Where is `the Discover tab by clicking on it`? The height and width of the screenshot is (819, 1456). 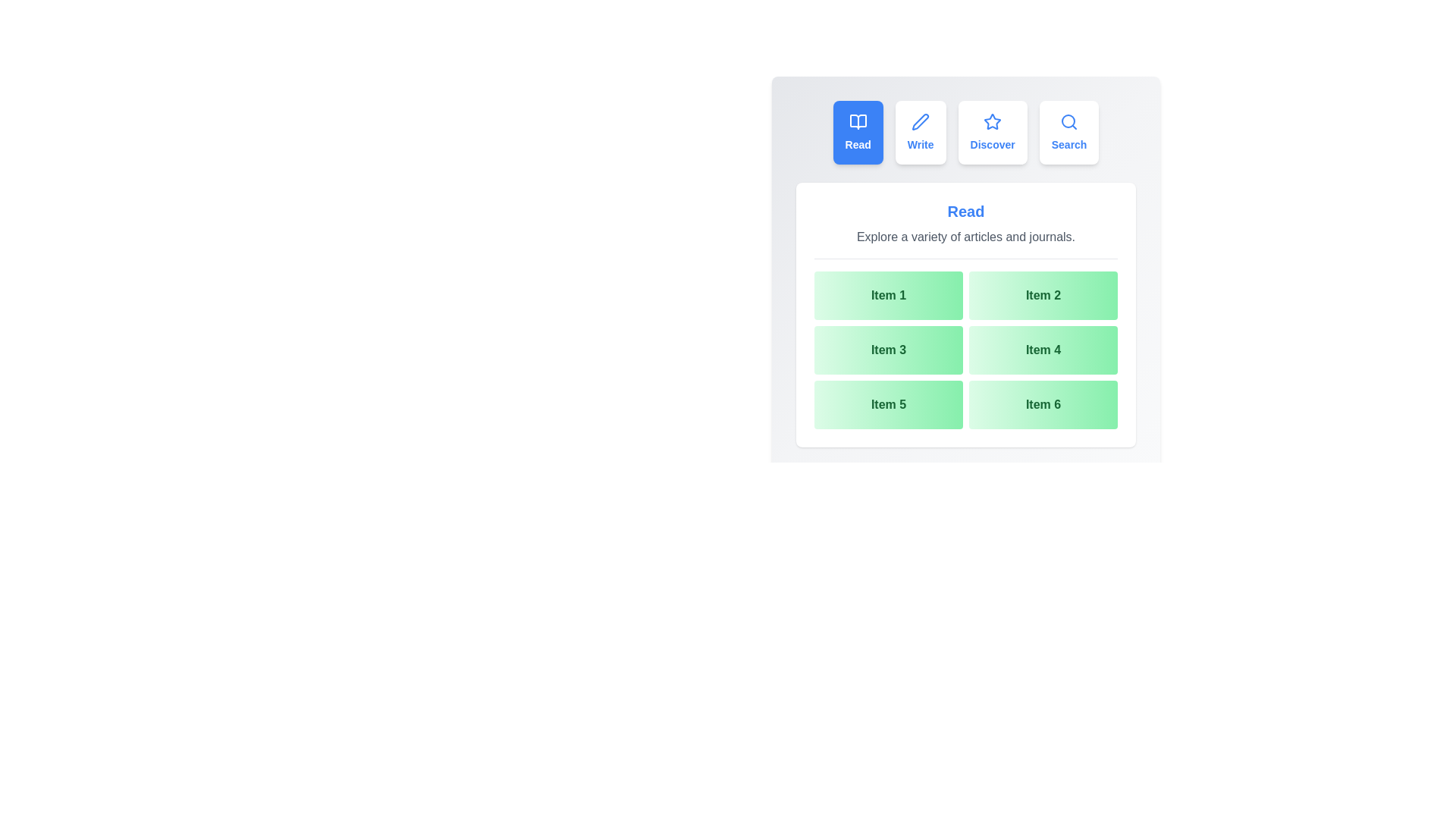 the Discover tab by clicking on it is located at coordinates (993, 131).